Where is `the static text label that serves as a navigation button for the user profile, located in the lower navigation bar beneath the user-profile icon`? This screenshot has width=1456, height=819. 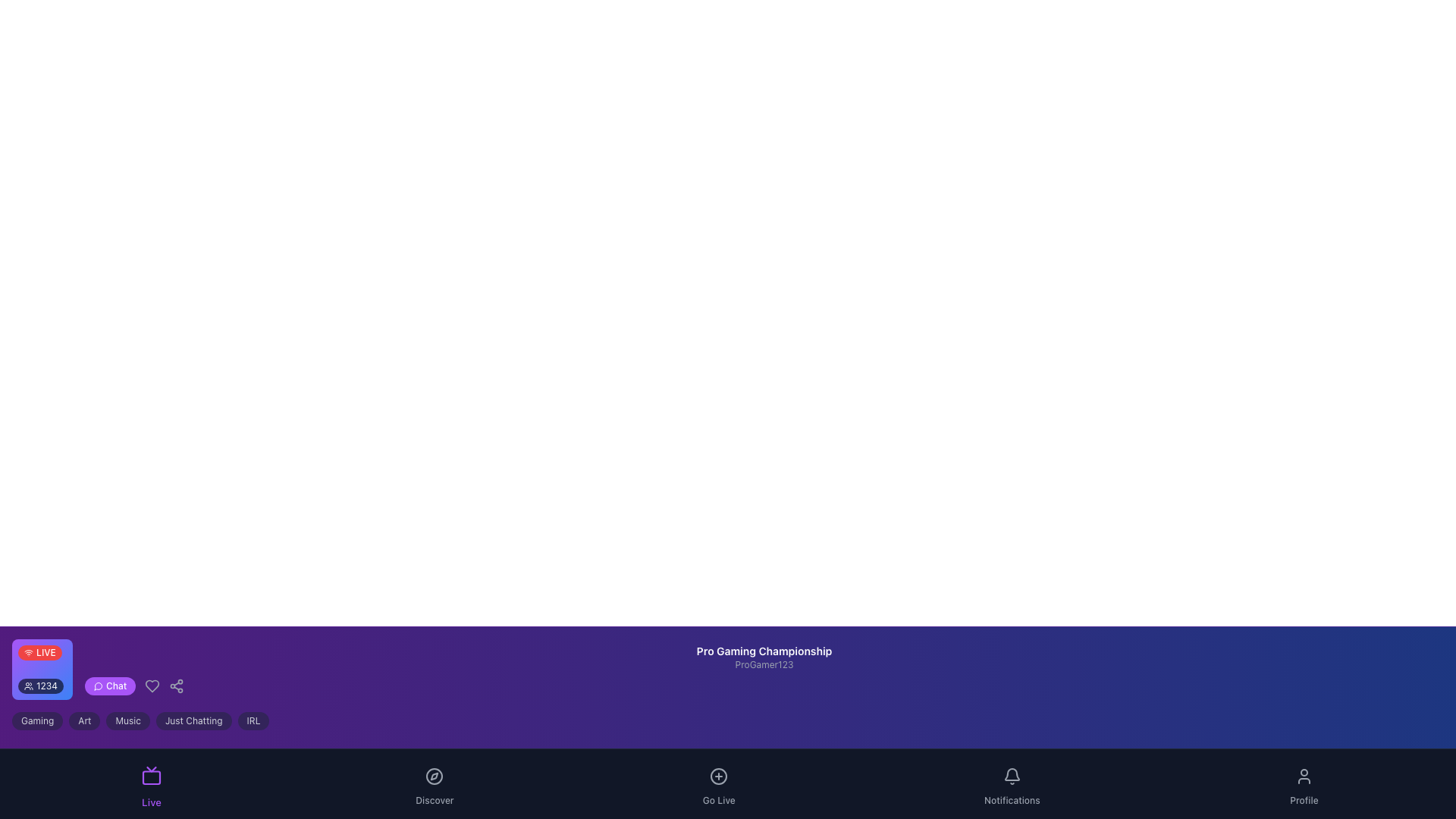
the static text label that serves as a navigation button for the user profile, located in the lower navigation bar beneath the user-profile icon is located at coordinates (1303, 800).